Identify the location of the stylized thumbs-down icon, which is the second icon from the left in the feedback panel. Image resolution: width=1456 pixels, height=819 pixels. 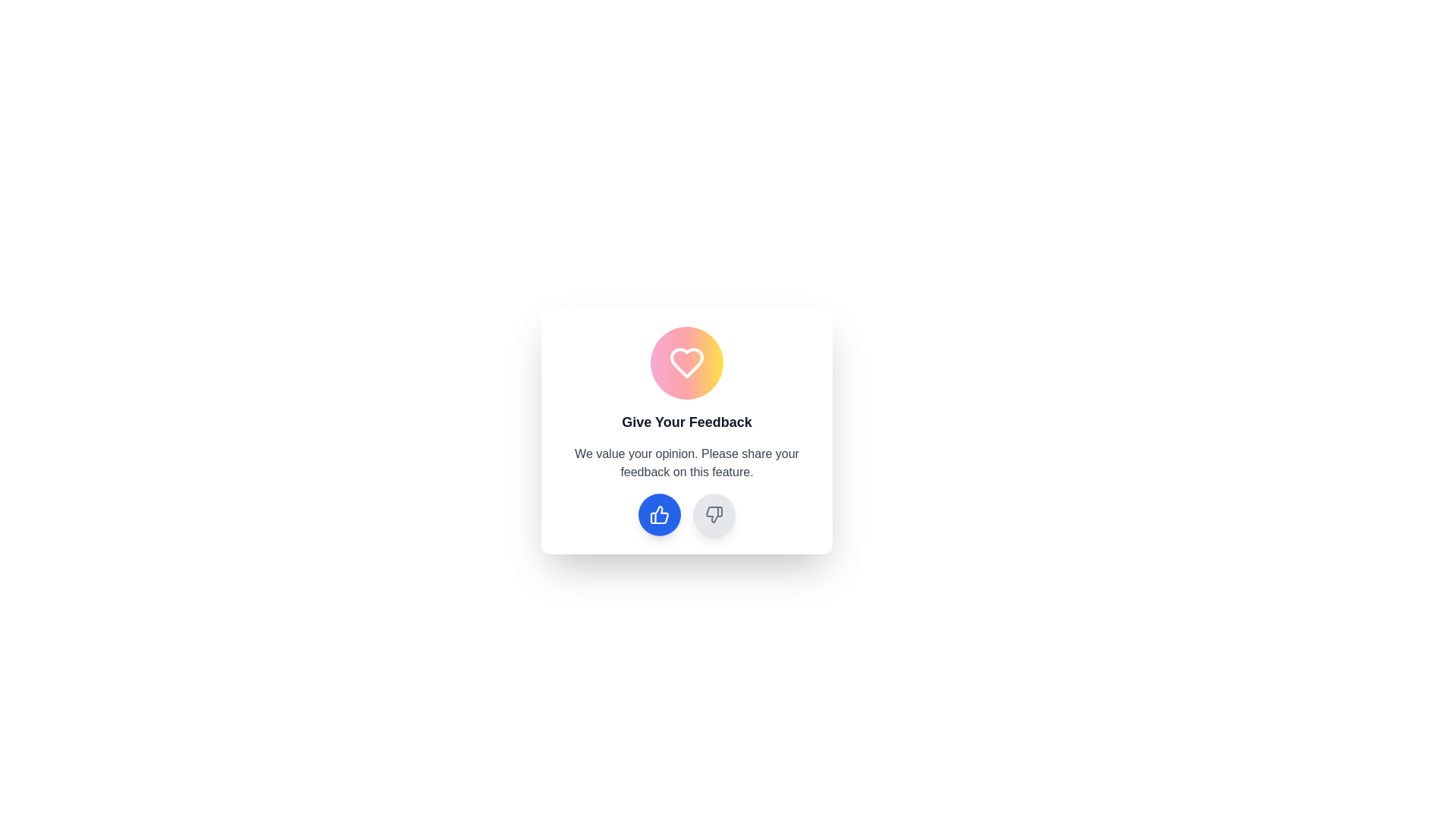
(714, 513).